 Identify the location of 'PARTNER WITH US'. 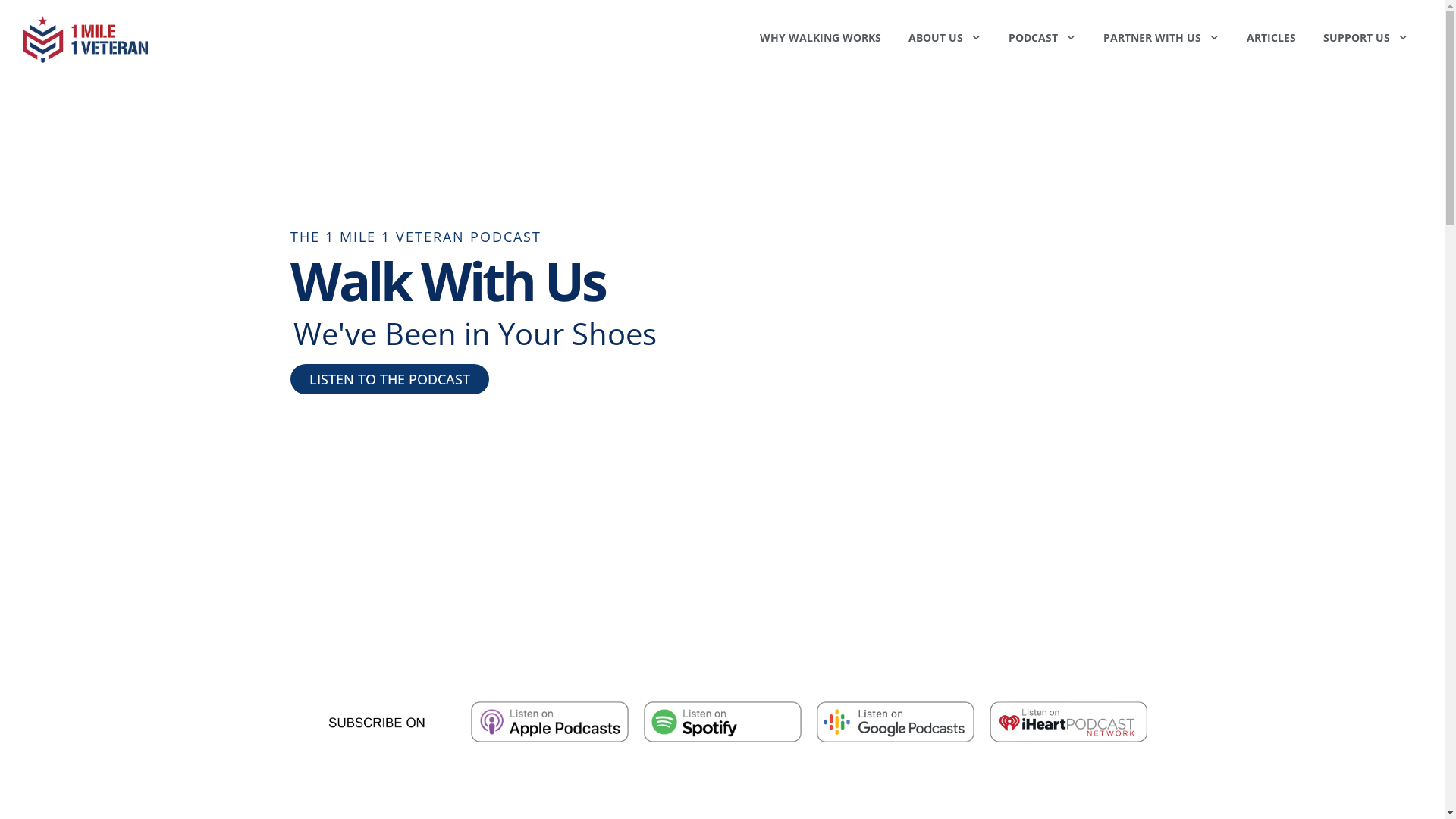
(1088, 37).